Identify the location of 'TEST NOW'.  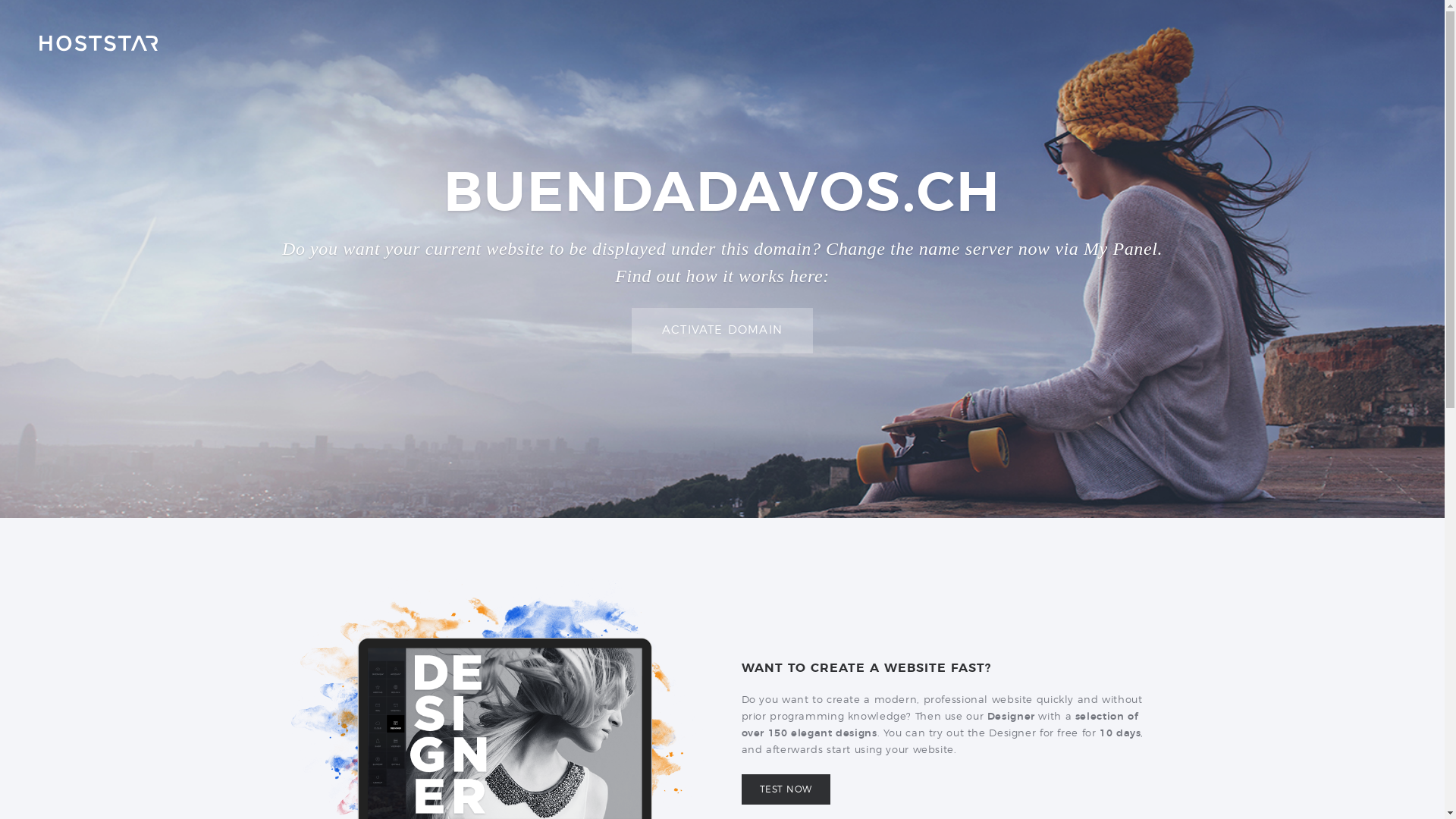
(786, 789).